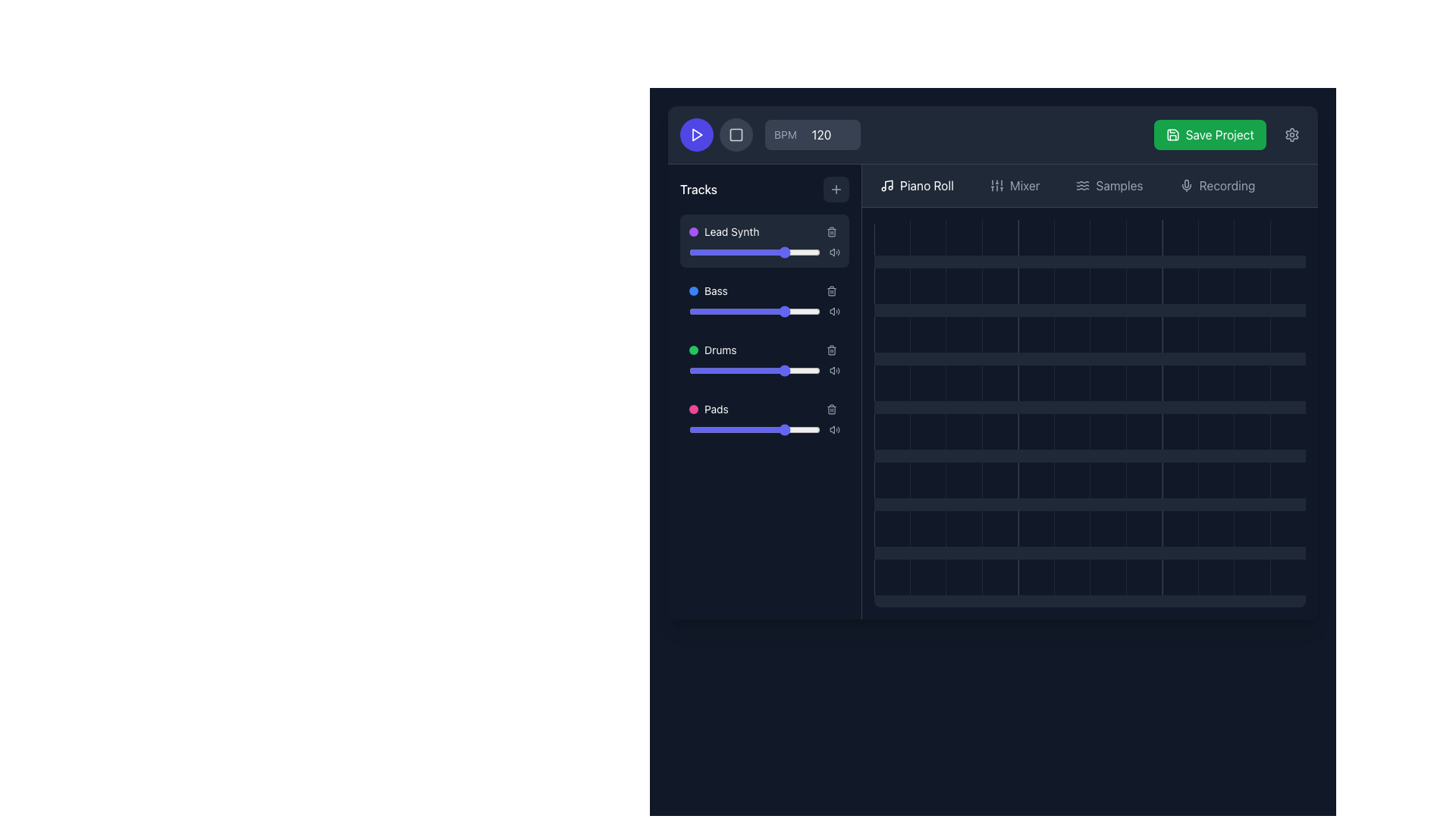 The width and height of the screenshot is (1456, 819). Describe the element at coordinates (749, 371) in the screenshot. I see `the slider` at that location.